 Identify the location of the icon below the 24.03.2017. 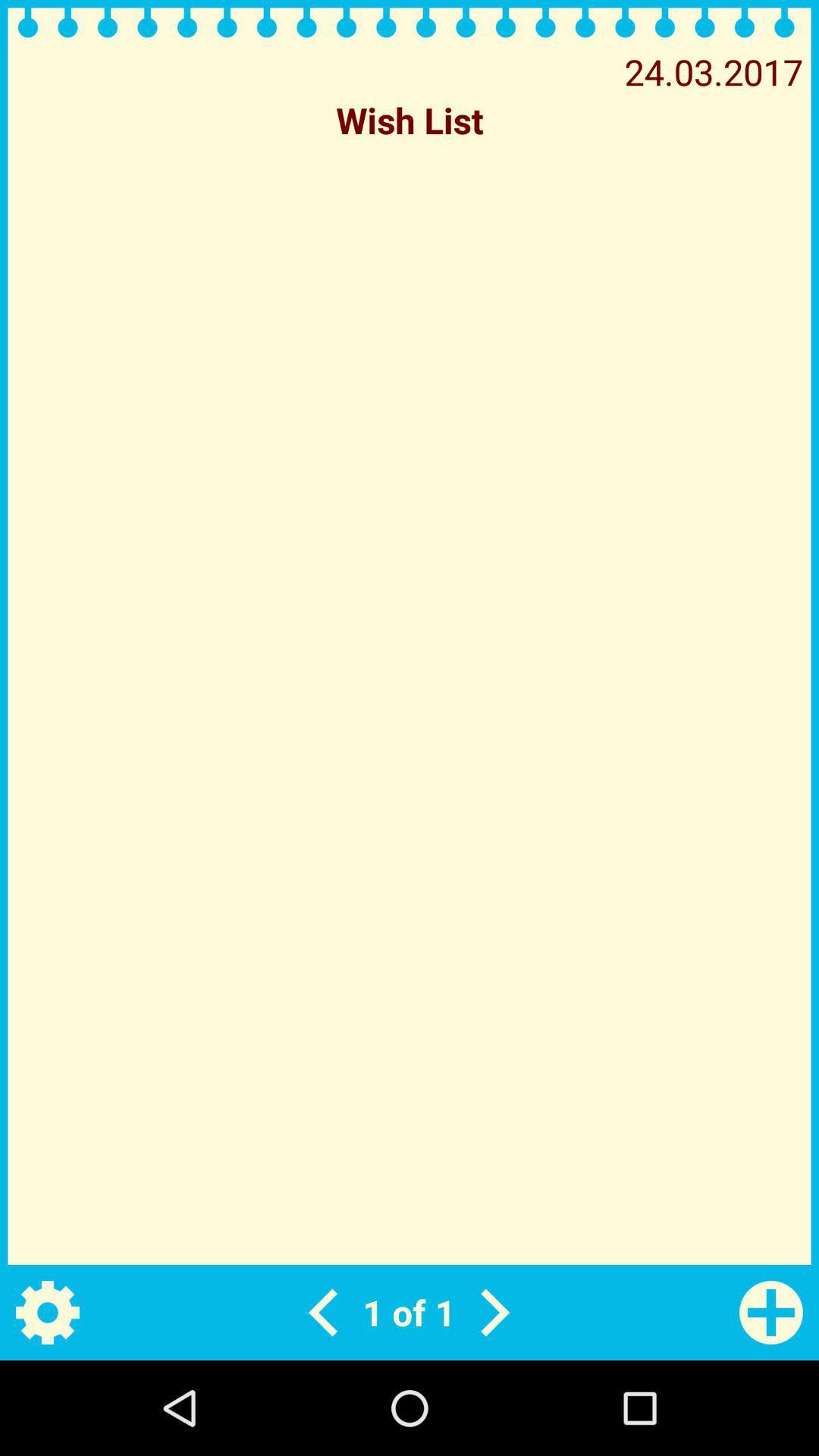
(409, 119).